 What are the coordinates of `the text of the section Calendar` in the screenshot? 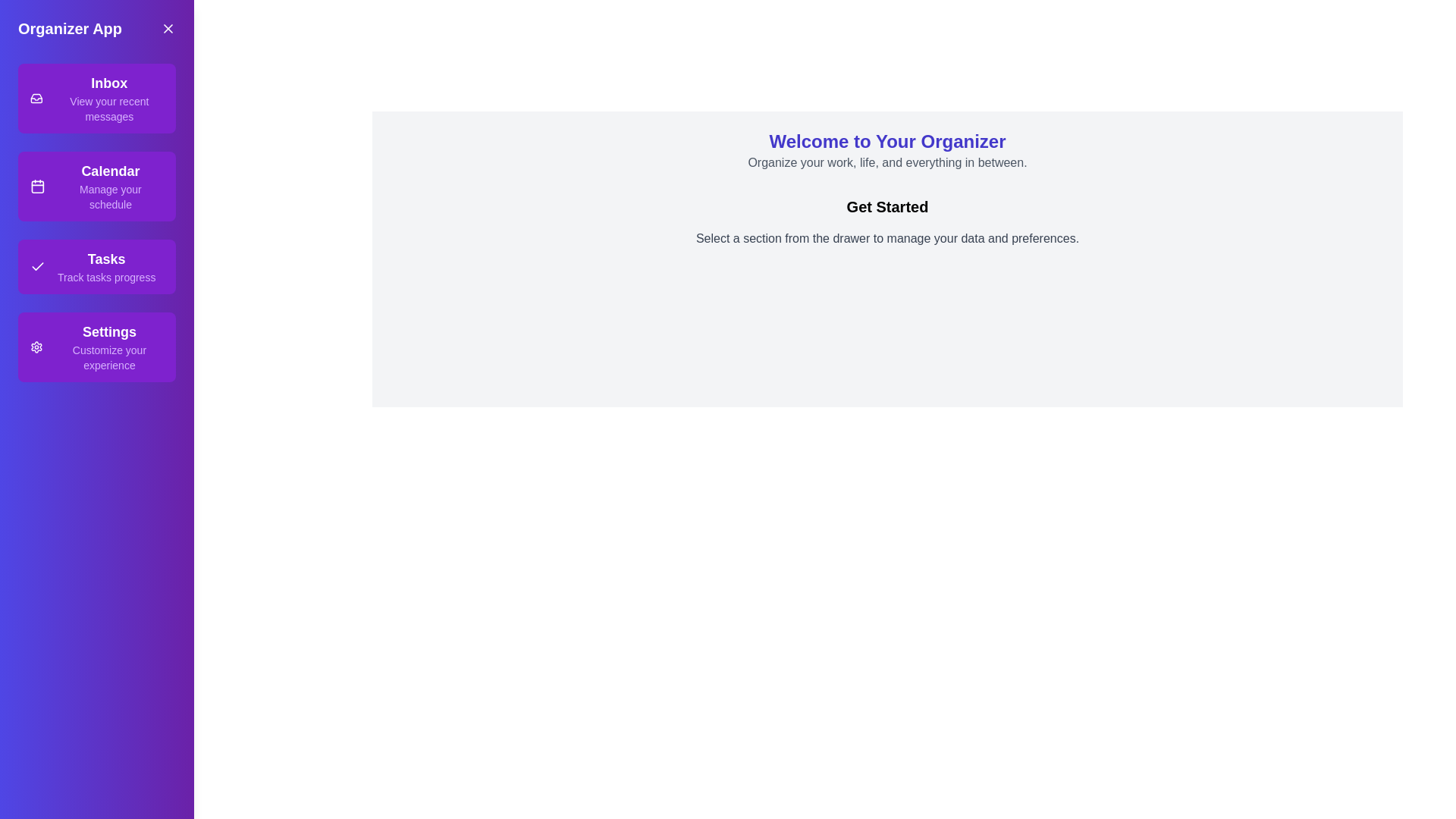 It's located at (96, 186).